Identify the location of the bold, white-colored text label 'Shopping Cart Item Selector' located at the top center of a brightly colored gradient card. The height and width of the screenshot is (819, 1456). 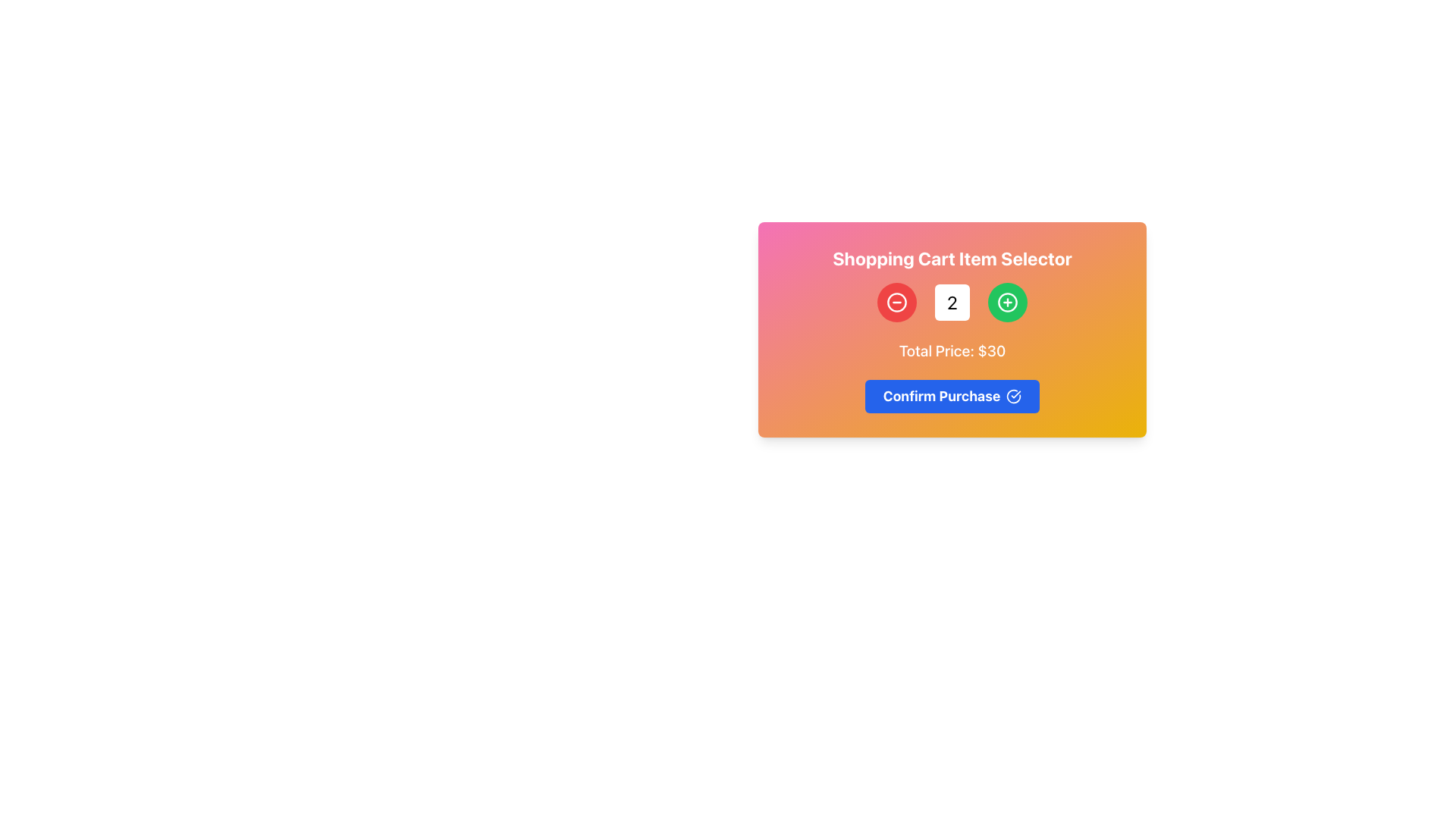
(952, 257).